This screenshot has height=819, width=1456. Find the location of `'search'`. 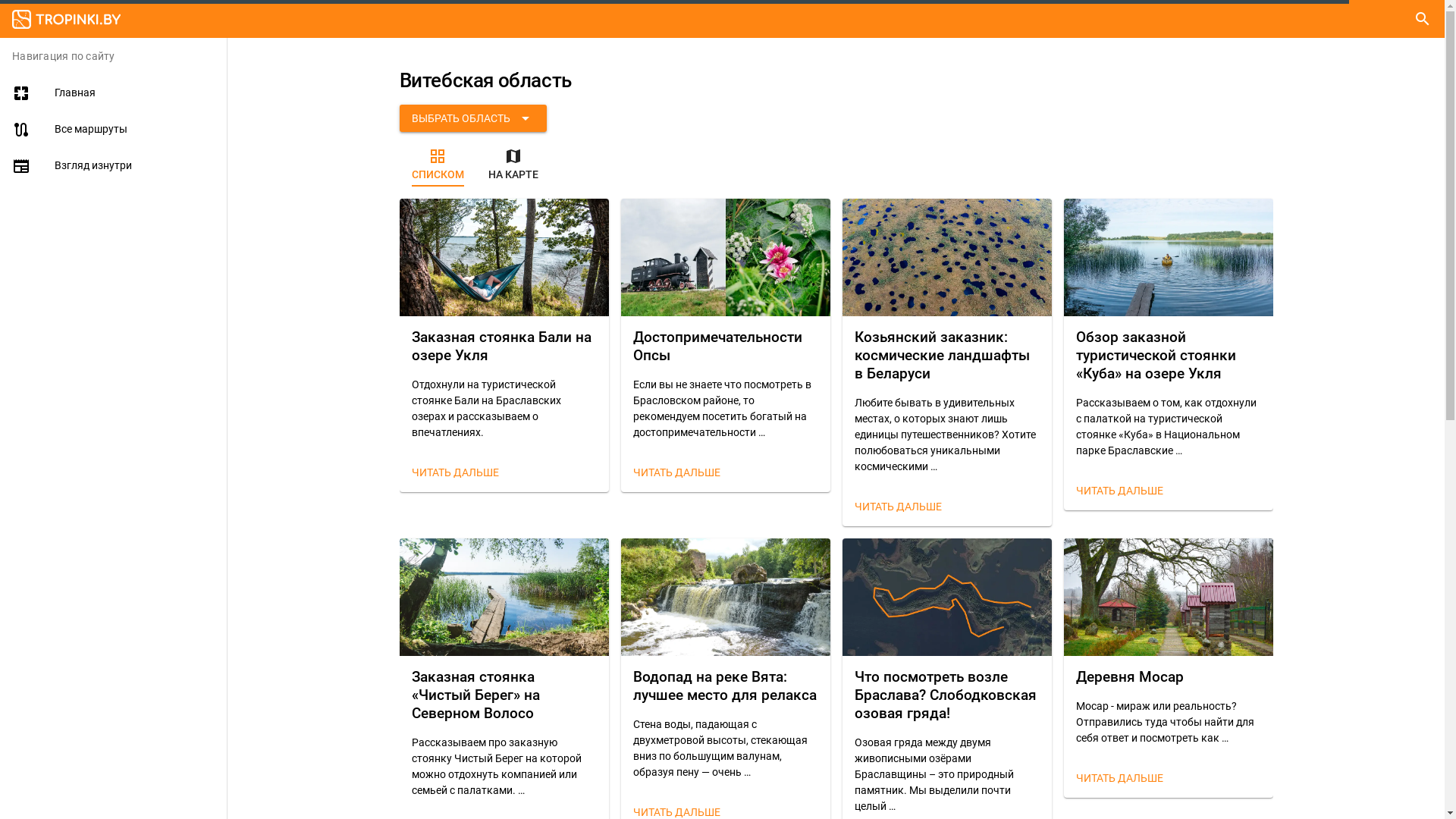

'search' is located at coordinates (1422, 18).